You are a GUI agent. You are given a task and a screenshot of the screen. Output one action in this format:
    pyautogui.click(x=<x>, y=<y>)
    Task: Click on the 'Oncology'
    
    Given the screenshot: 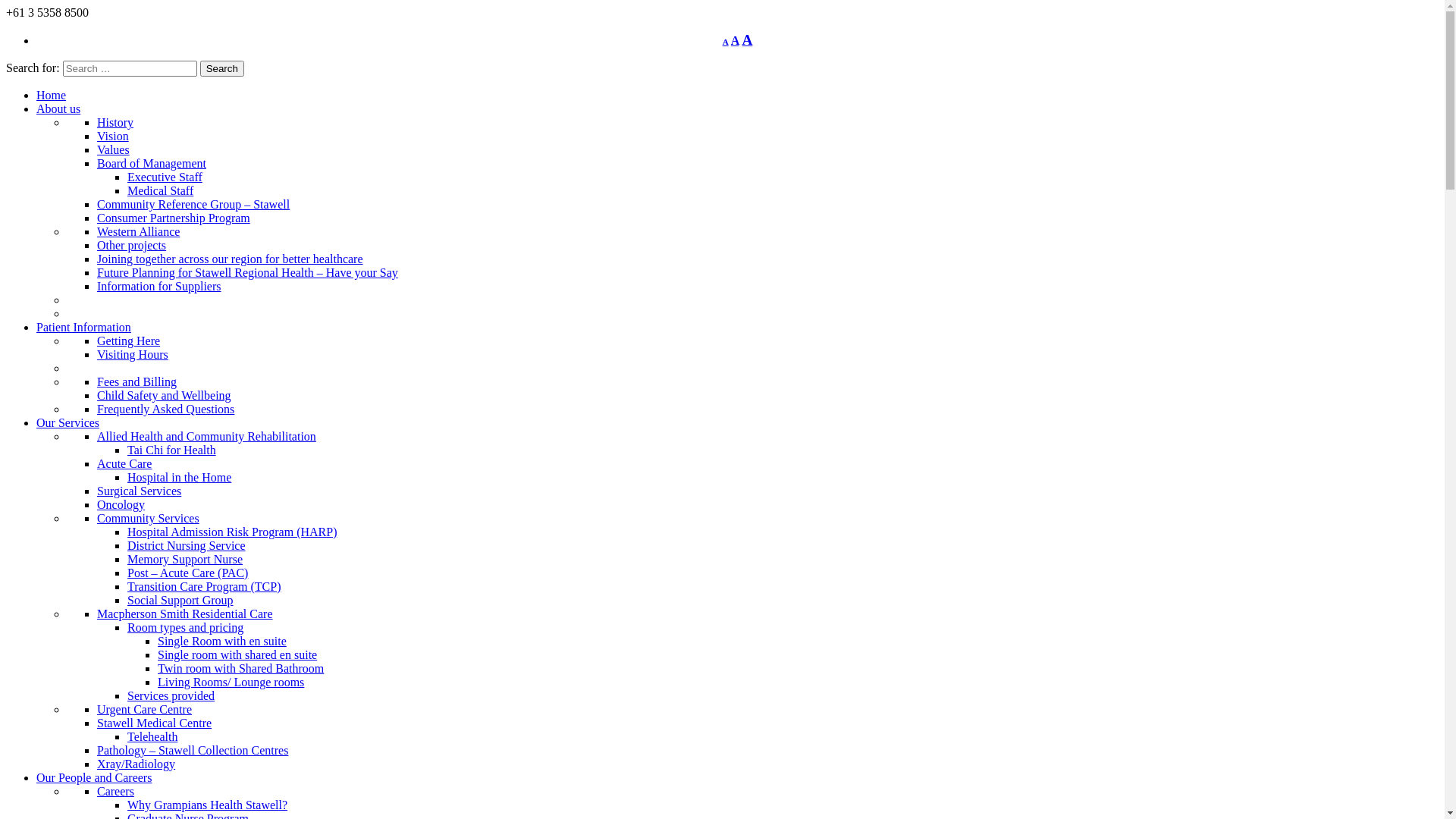 What is the action you would take?
    pyautogui.click(x=96, y=504)
    